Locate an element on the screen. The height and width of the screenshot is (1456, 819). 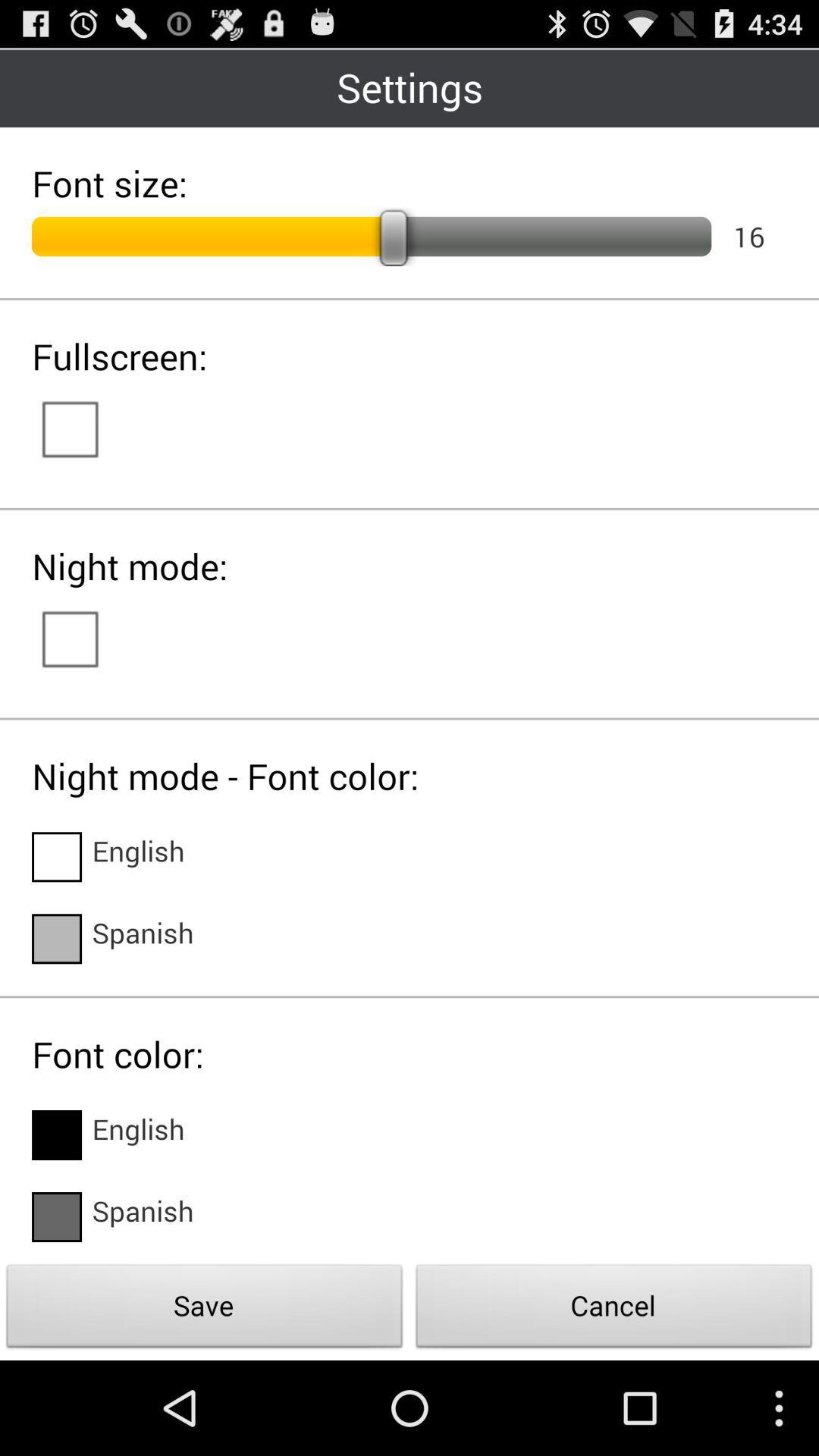
icon to the left of the cancel button is located at coordinates (205, 1310).